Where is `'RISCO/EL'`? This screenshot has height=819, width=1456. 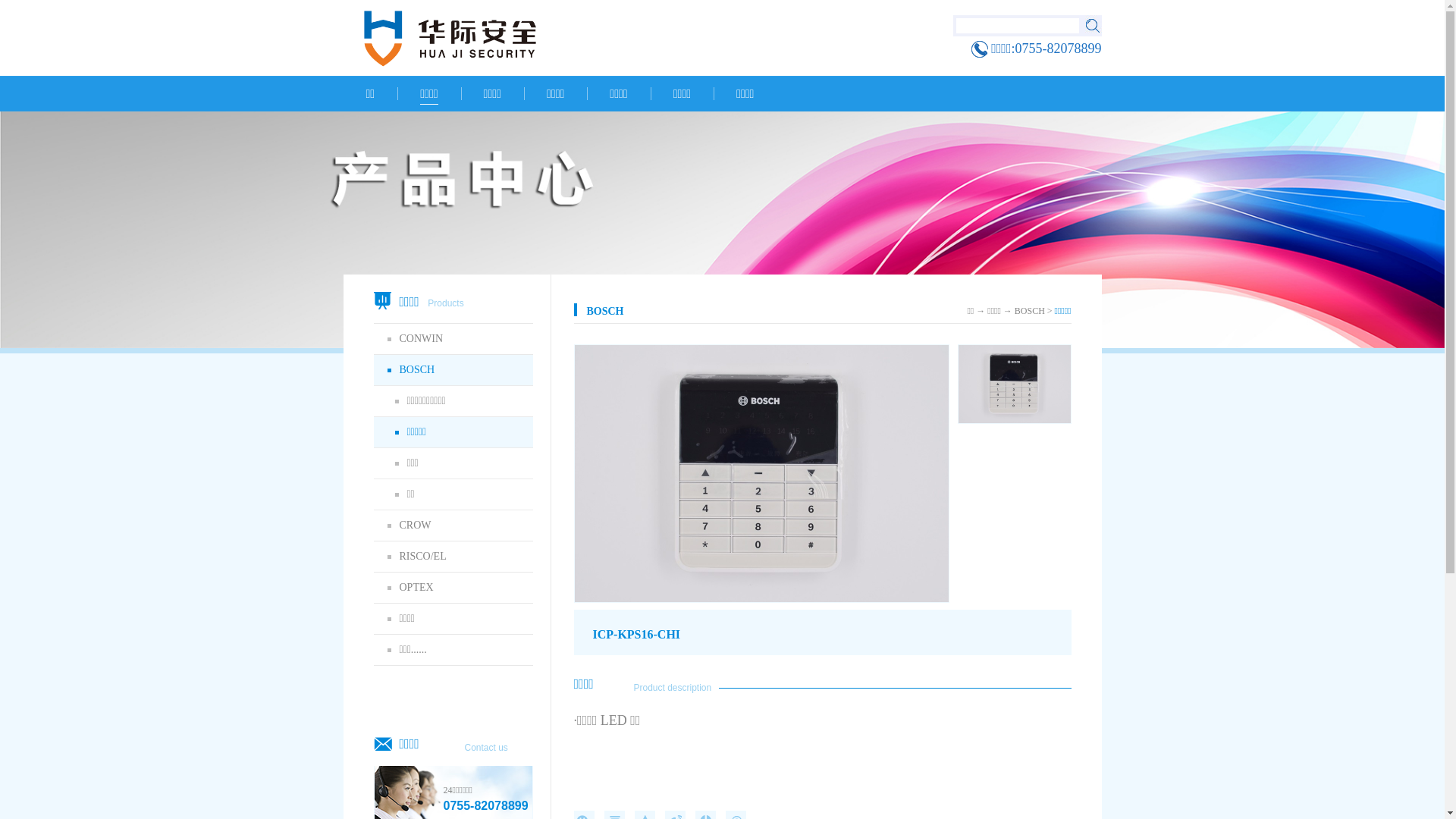 'RISCO/EL' is located at coordinates (372, 556).